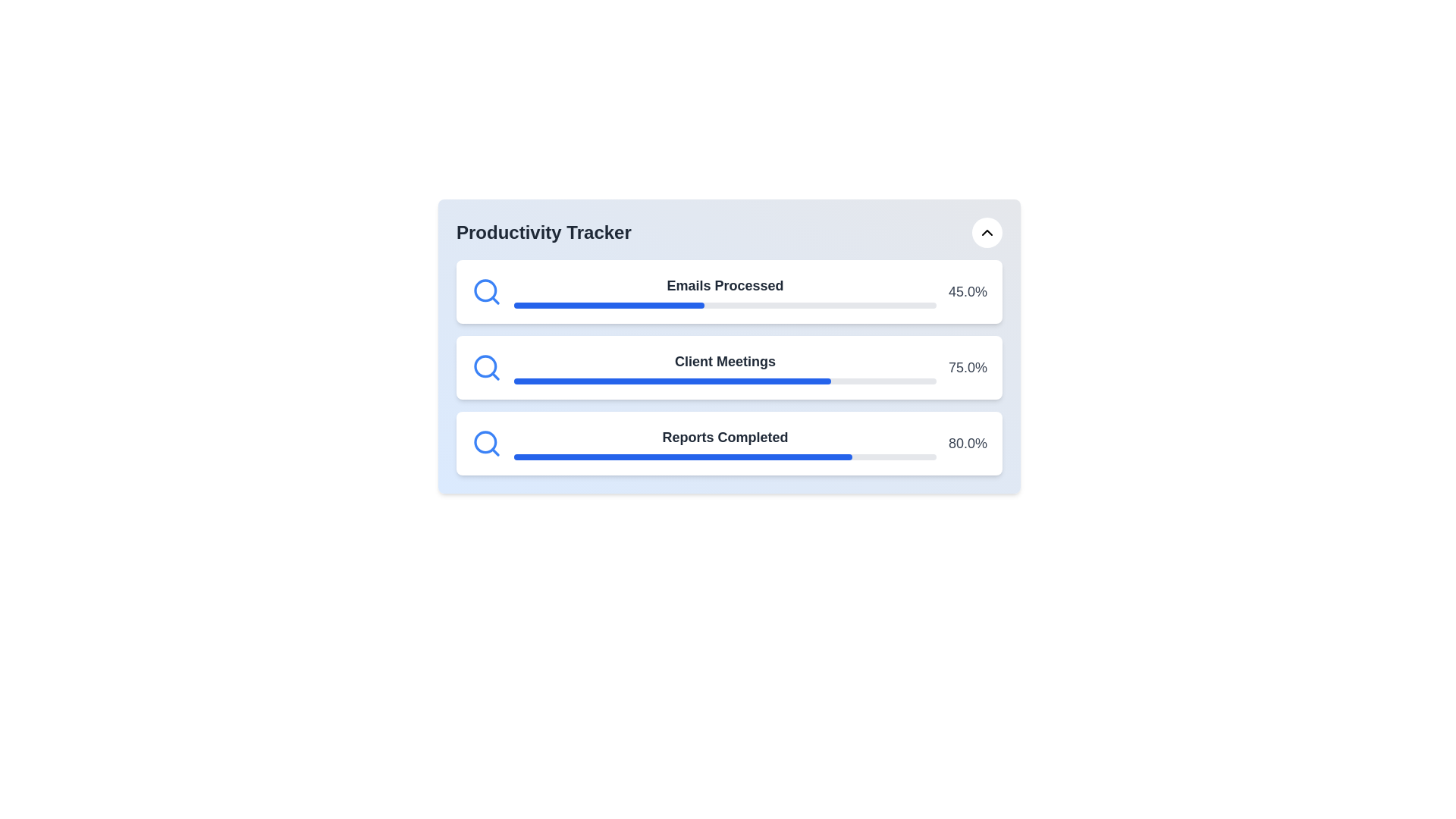 Image resolution: width=1456 pixels, height=819 pixels. Describe the element at coordinates (724, 456) in the screenshot. I see `the horizontal progress bar indicating 80% progress within the 'Reports Completed' card` at that location.